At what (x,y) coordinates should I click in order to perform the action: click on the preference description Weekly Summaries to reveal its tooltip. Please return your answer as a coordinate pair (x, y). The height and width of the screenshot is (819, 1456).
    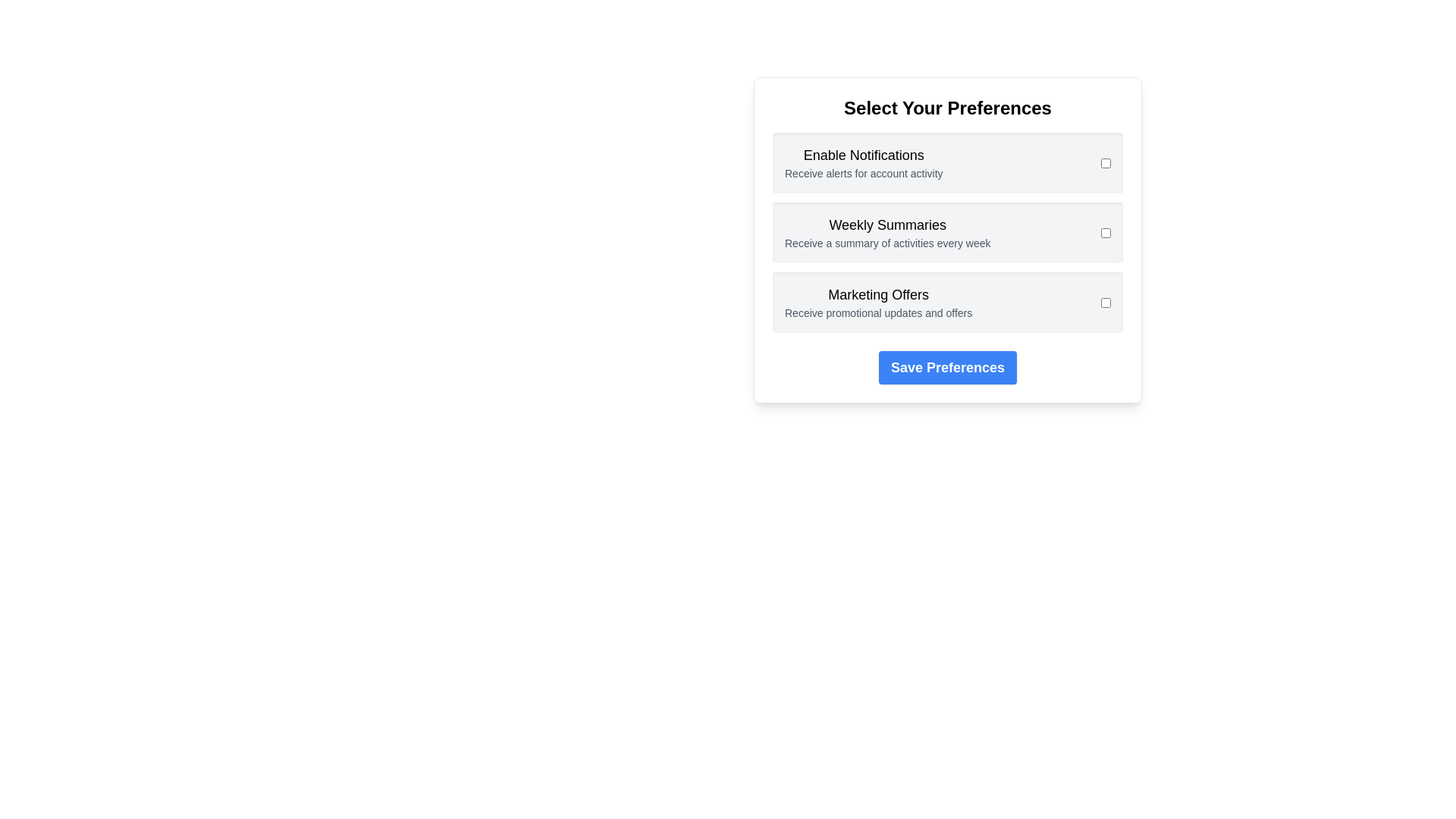
    Looking at the image, I should click on (887, 242).